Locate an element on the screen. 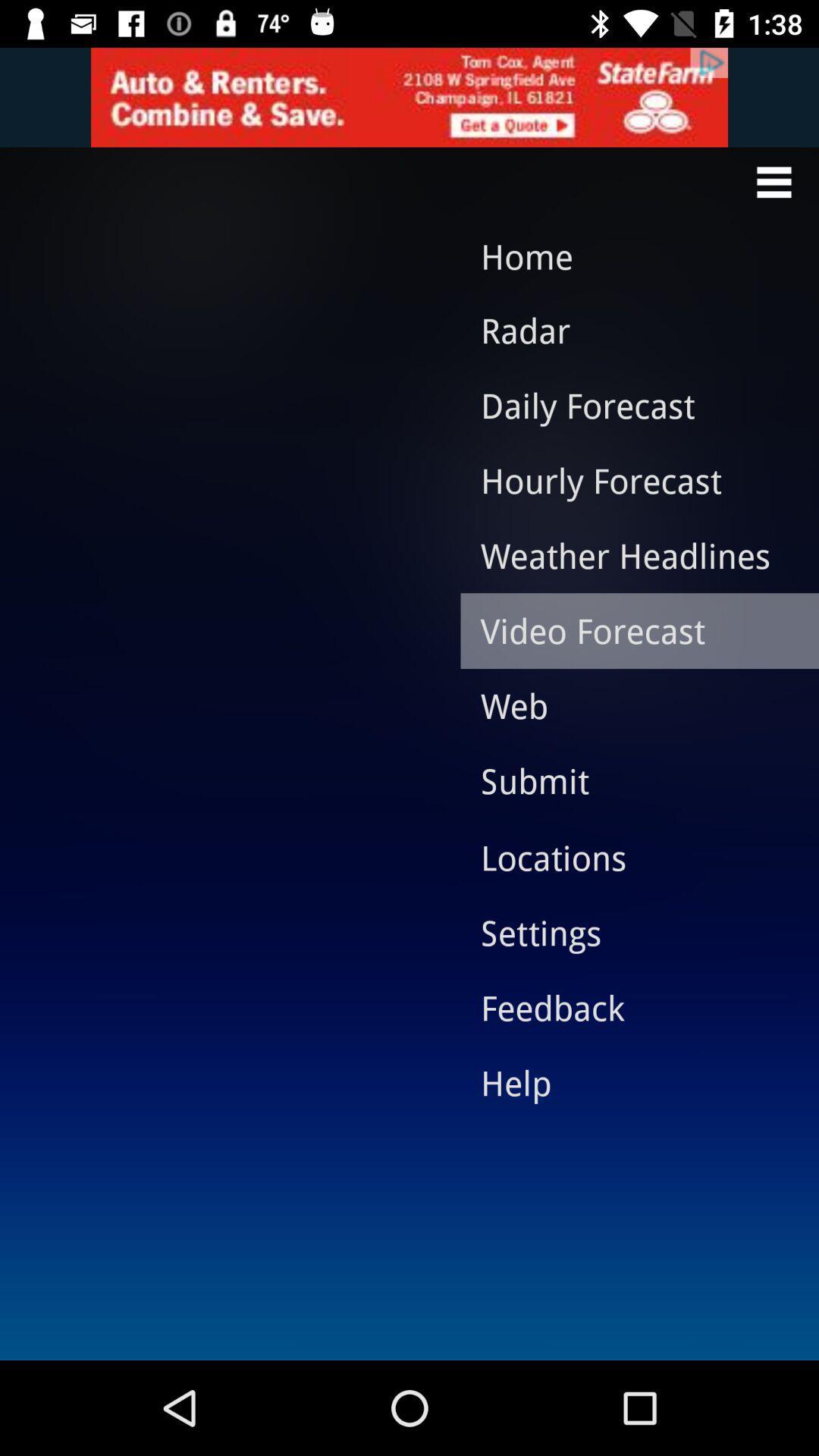 The height and width of the screenshot is (1456, 819). advertisement is located at coordinates (409, 96).